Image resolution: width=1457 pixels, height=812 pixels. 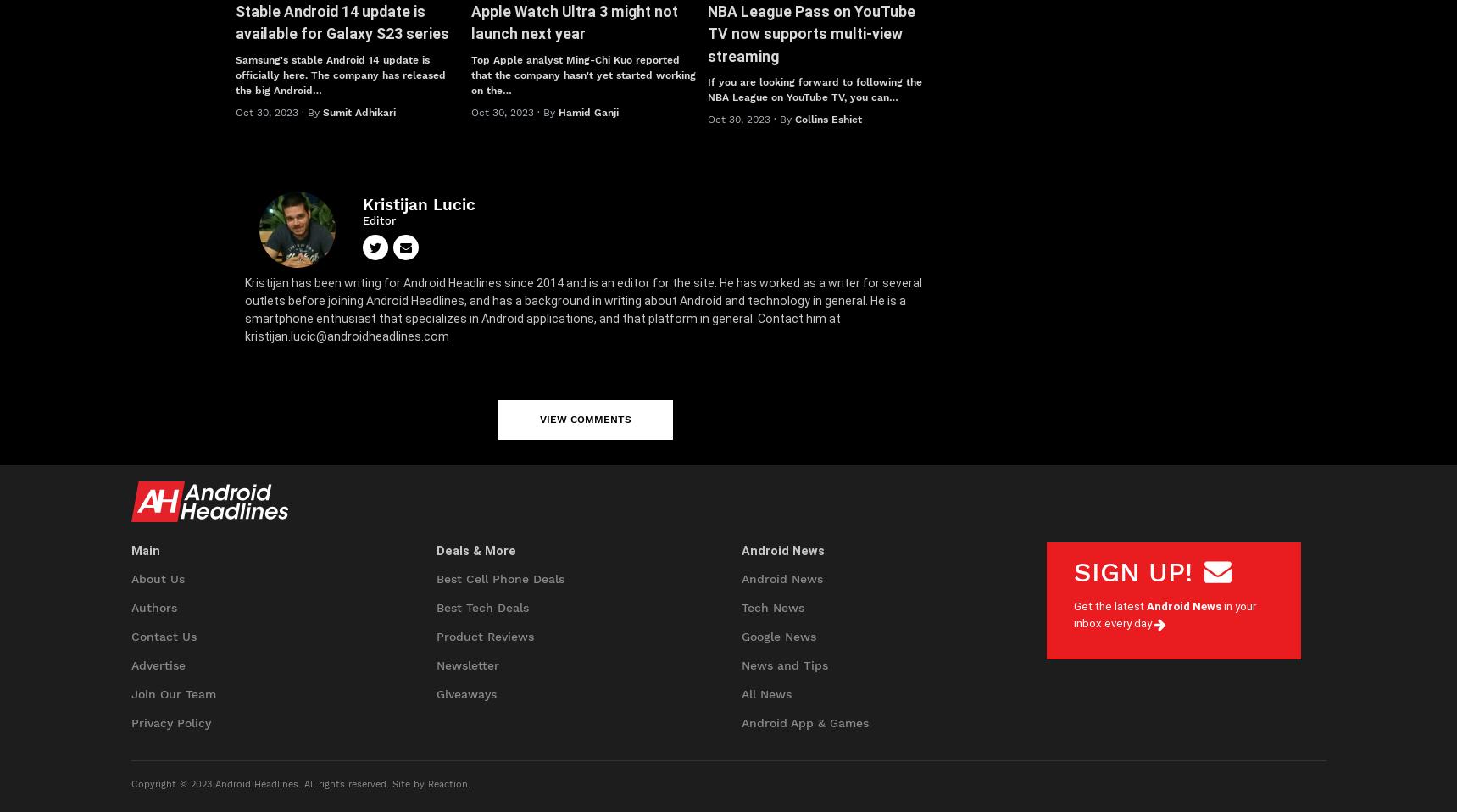 What do you see at coordinates (783, 665) in the screenshot?
I see `'News and Tips'` at bounding box center [783, 665].